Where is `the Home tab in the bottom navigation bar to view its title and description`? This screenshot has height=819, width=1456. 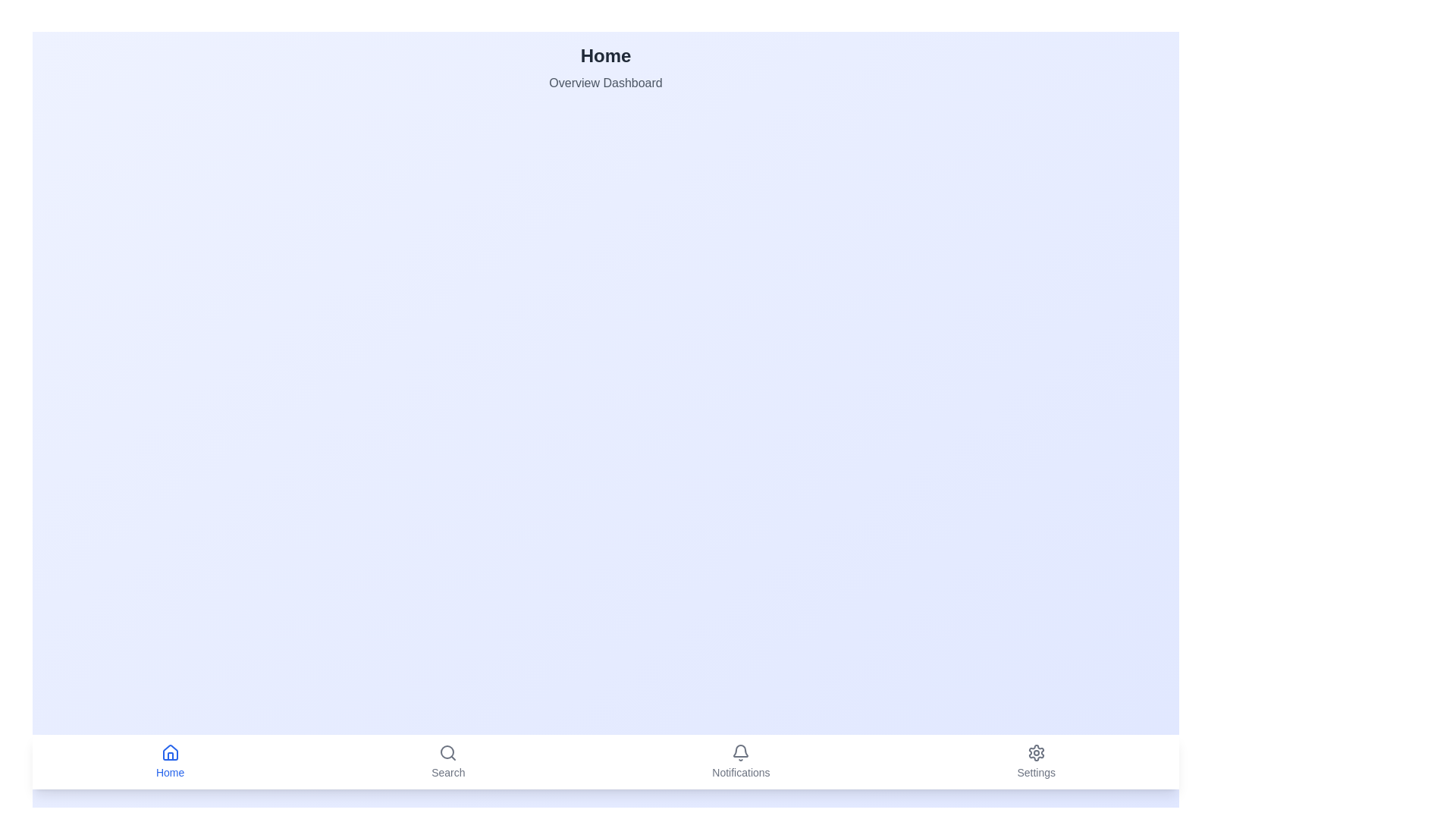
the Home tab in the bottom navigation bar to view its title and description is located at coordinates (170, 762).